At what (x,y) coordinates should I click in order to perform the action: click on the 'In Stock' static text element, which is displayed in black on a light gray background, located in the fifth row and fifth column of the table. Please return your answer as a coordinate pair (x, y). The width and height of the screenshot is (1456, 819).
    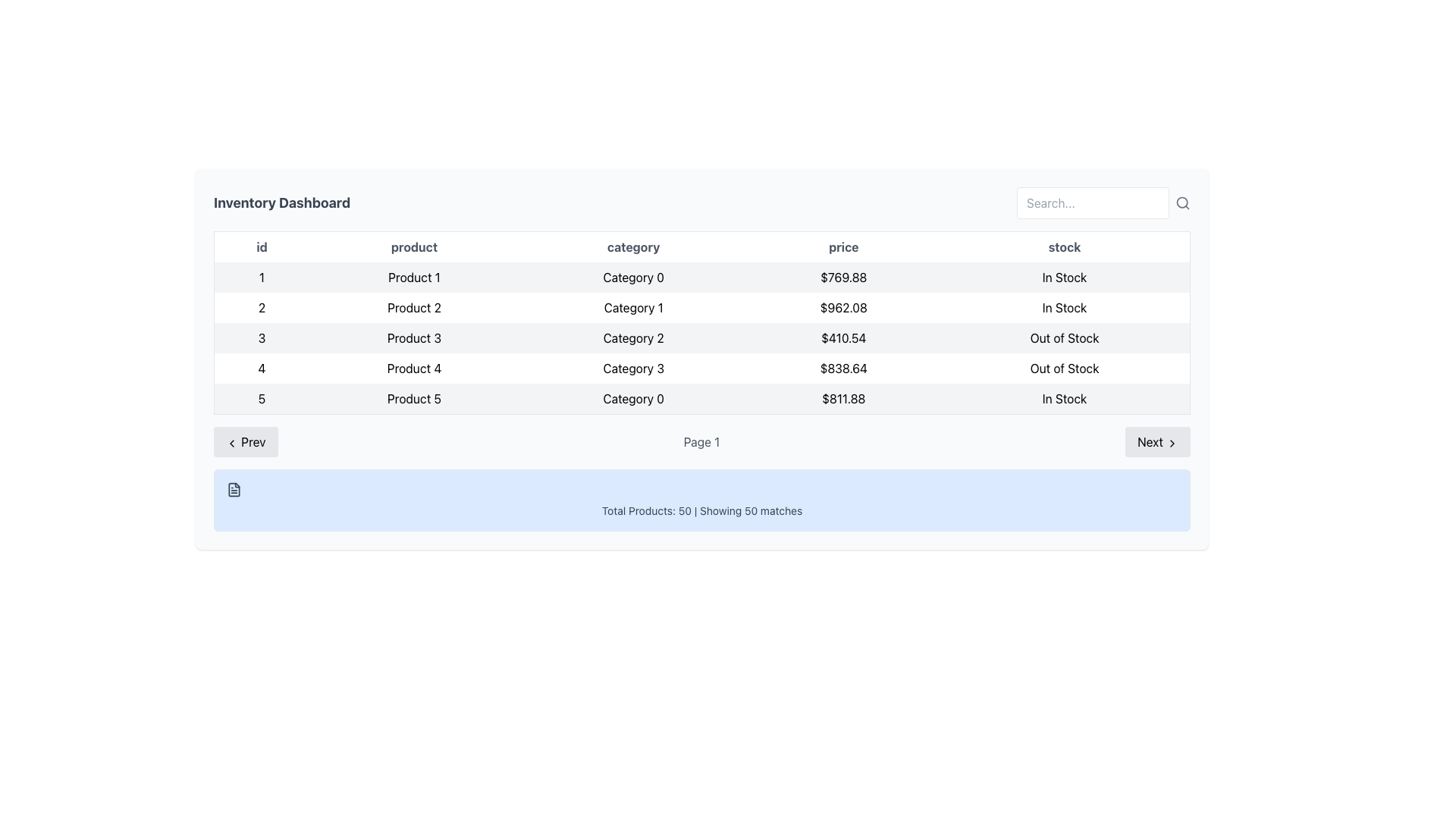
    Looking at the image, I should click on (1064, 398).